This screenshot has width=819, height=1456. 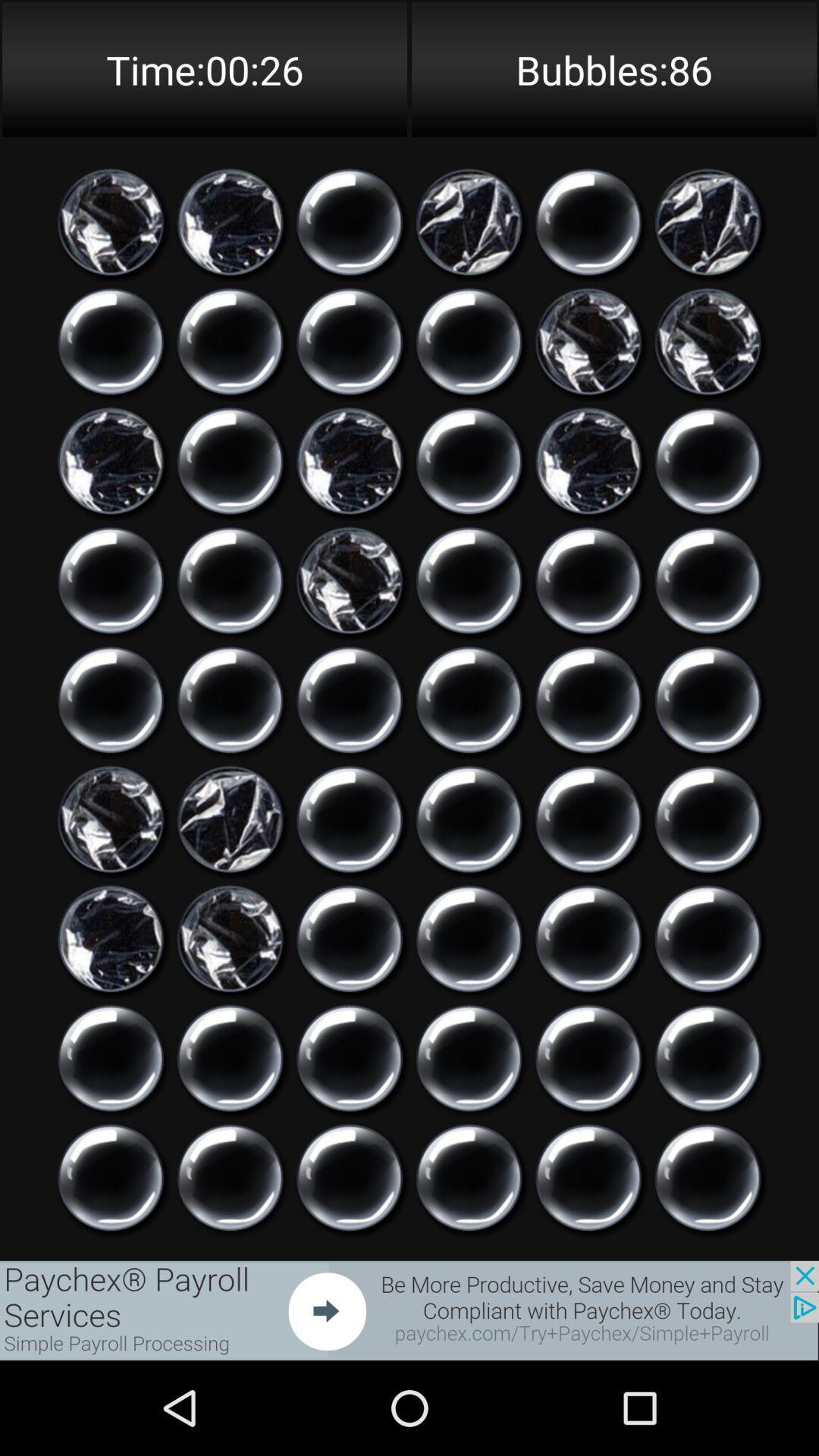 I want to click on click on icon, so click(x=110, y=699).